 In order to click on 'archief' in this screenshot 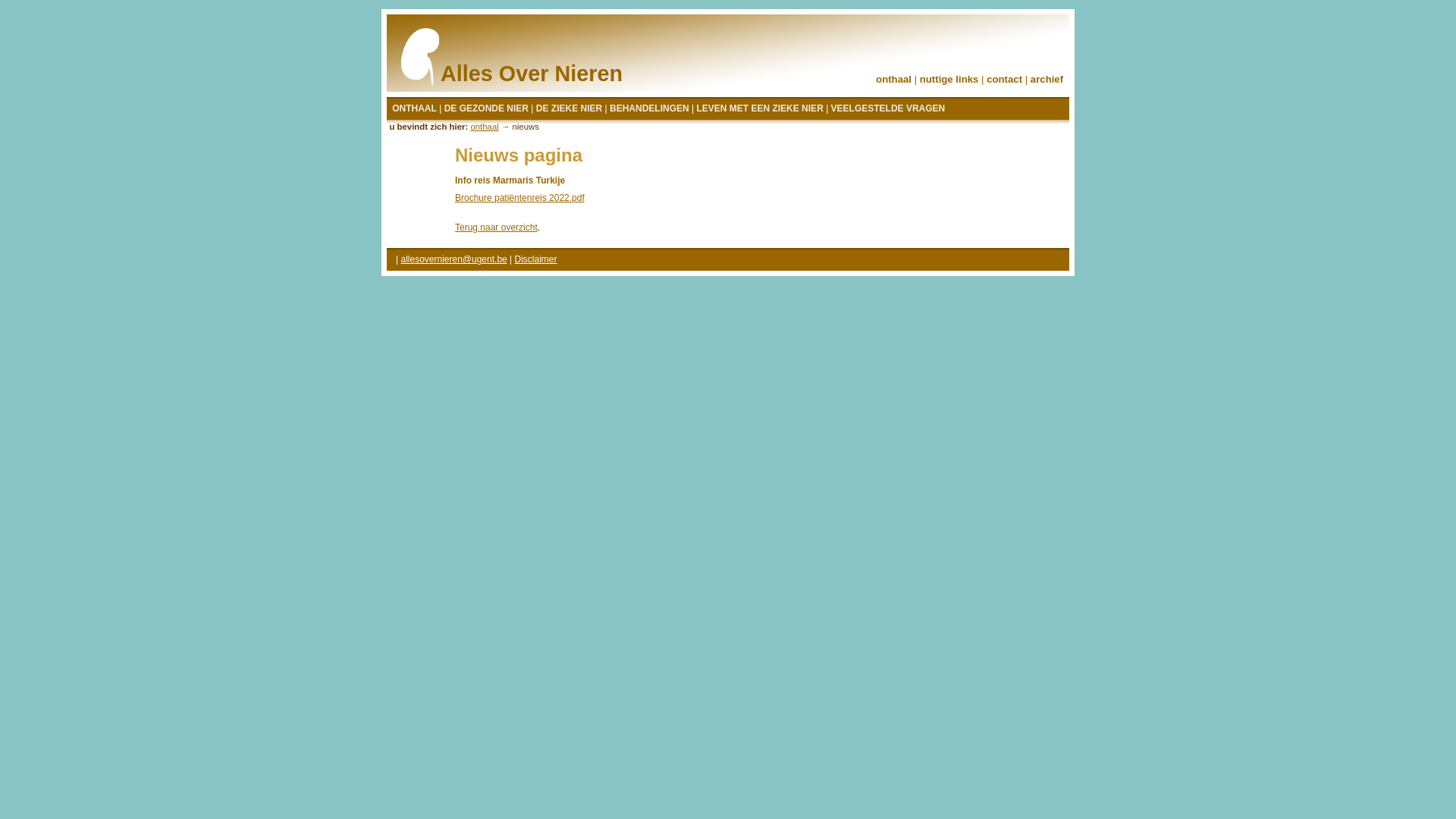, I will do `click(1030, 79)`.